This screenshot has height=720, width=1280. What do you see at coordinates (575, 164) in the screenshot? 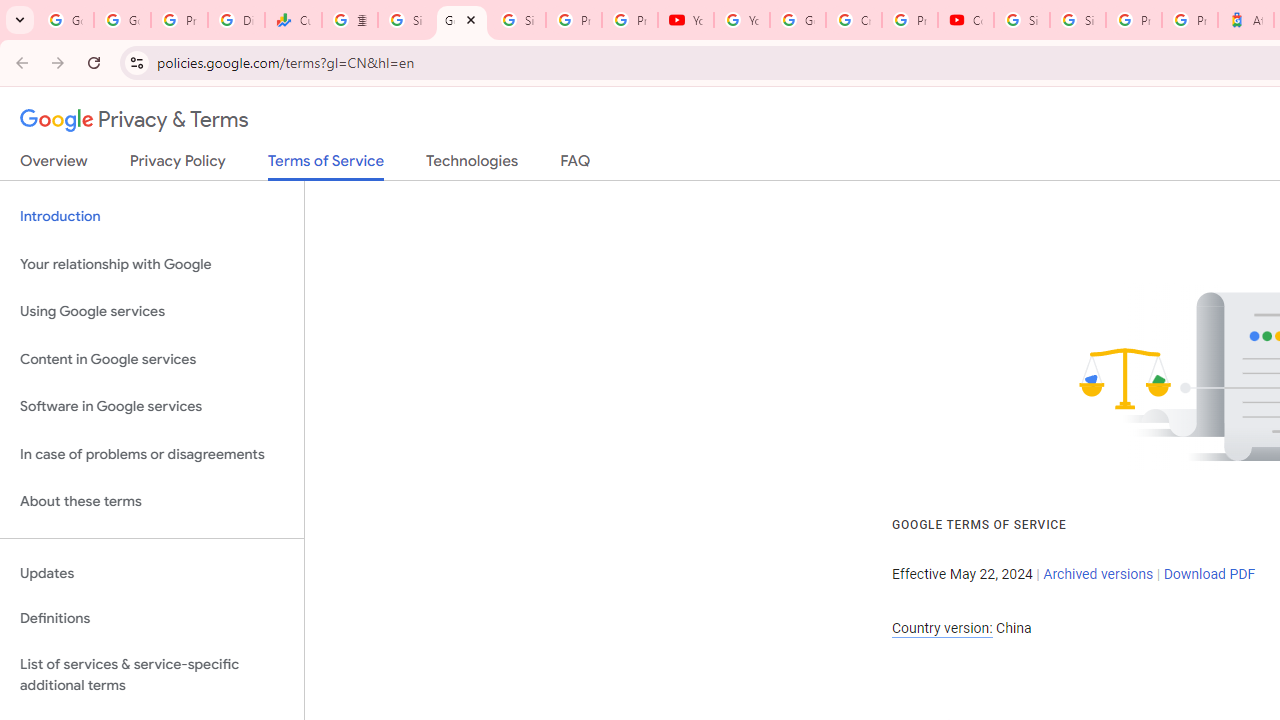
I see `'FAQ'` at bounding box center [575, 164].